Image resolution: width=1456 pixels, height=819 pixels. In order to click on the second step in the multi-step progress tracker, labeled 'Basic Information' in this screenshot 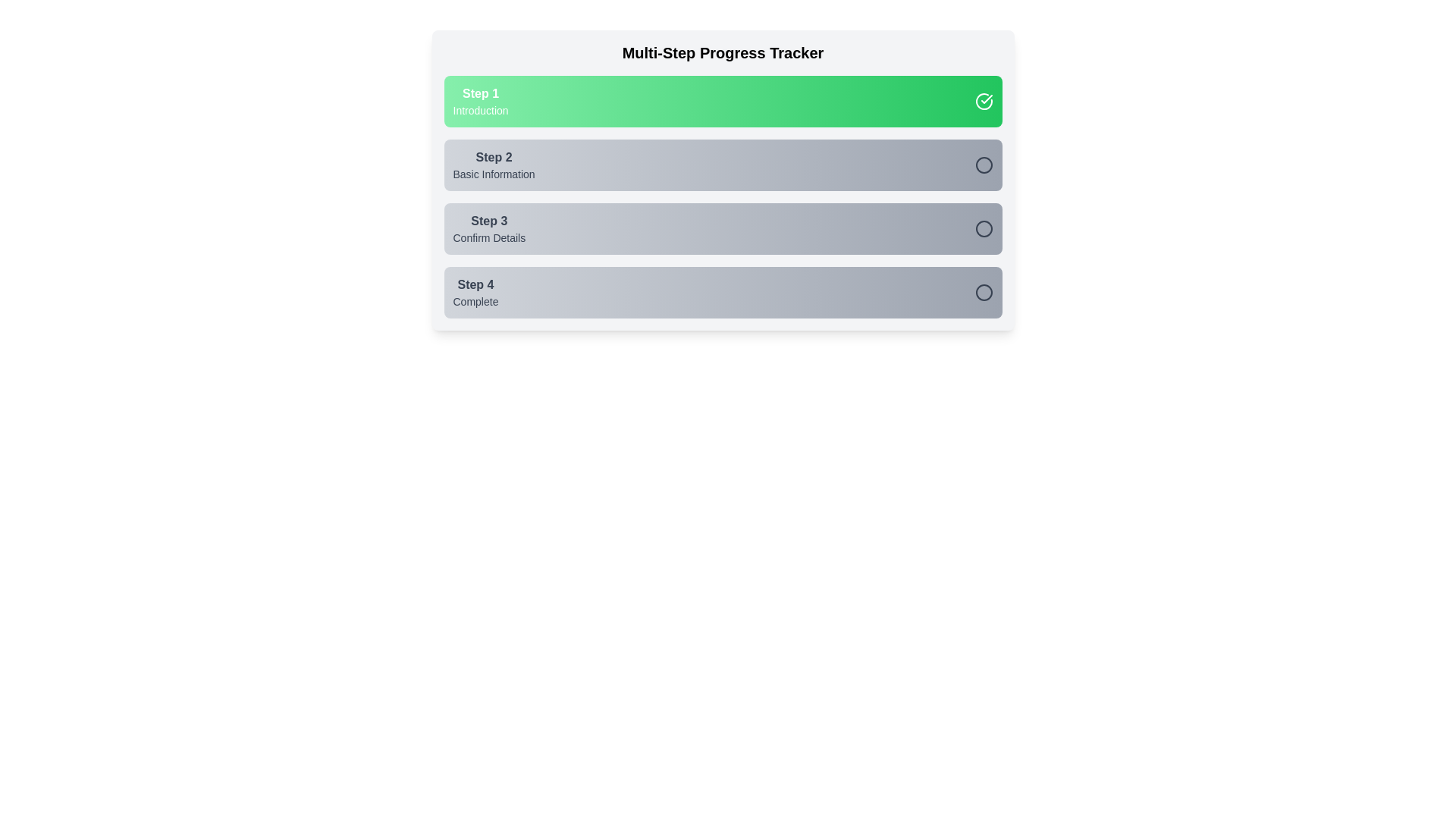, I will do `click(722, 165)`.